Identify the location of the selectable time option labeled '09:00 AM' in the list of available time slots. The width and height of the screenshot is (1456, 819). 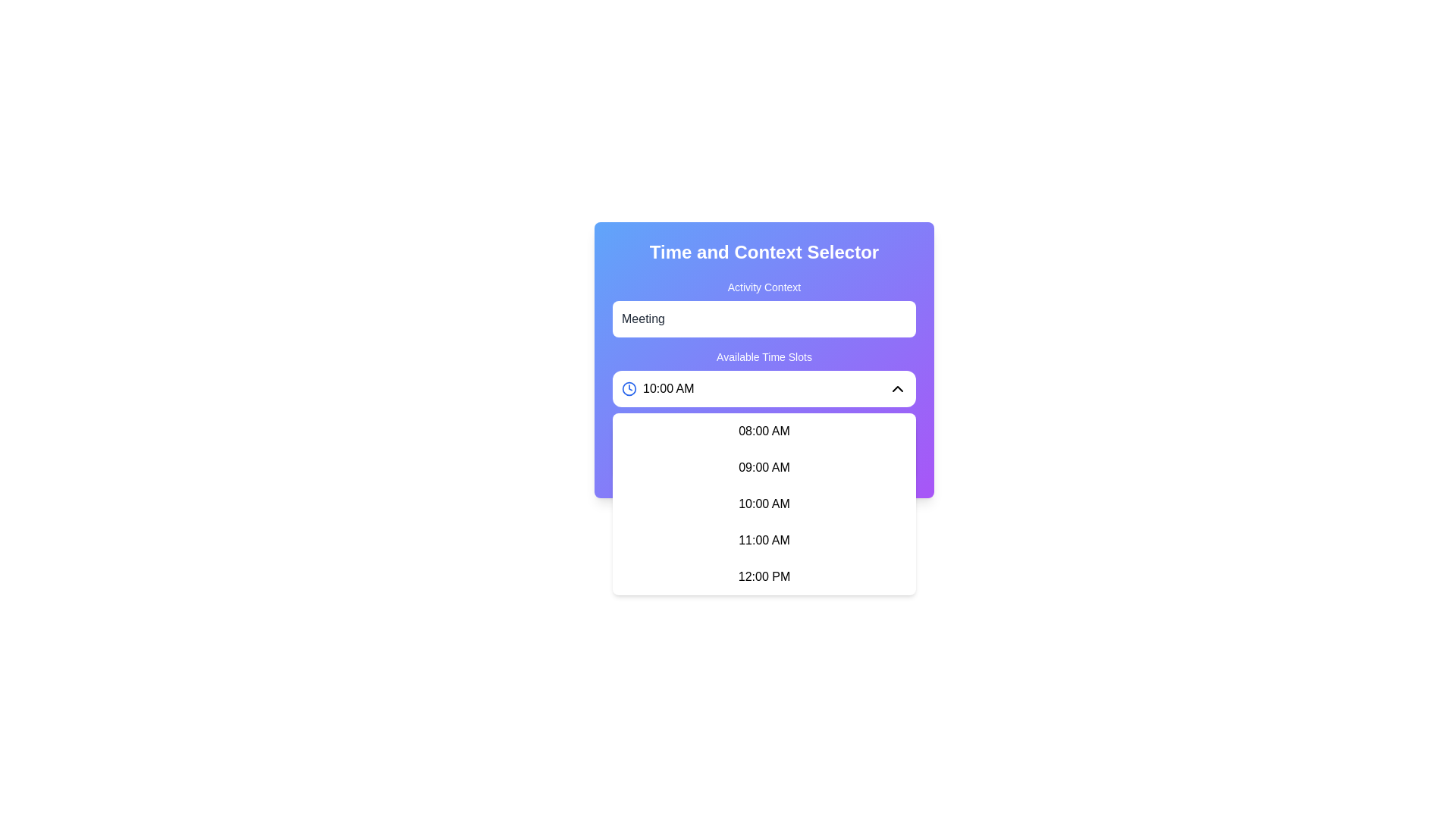
(764, 467).